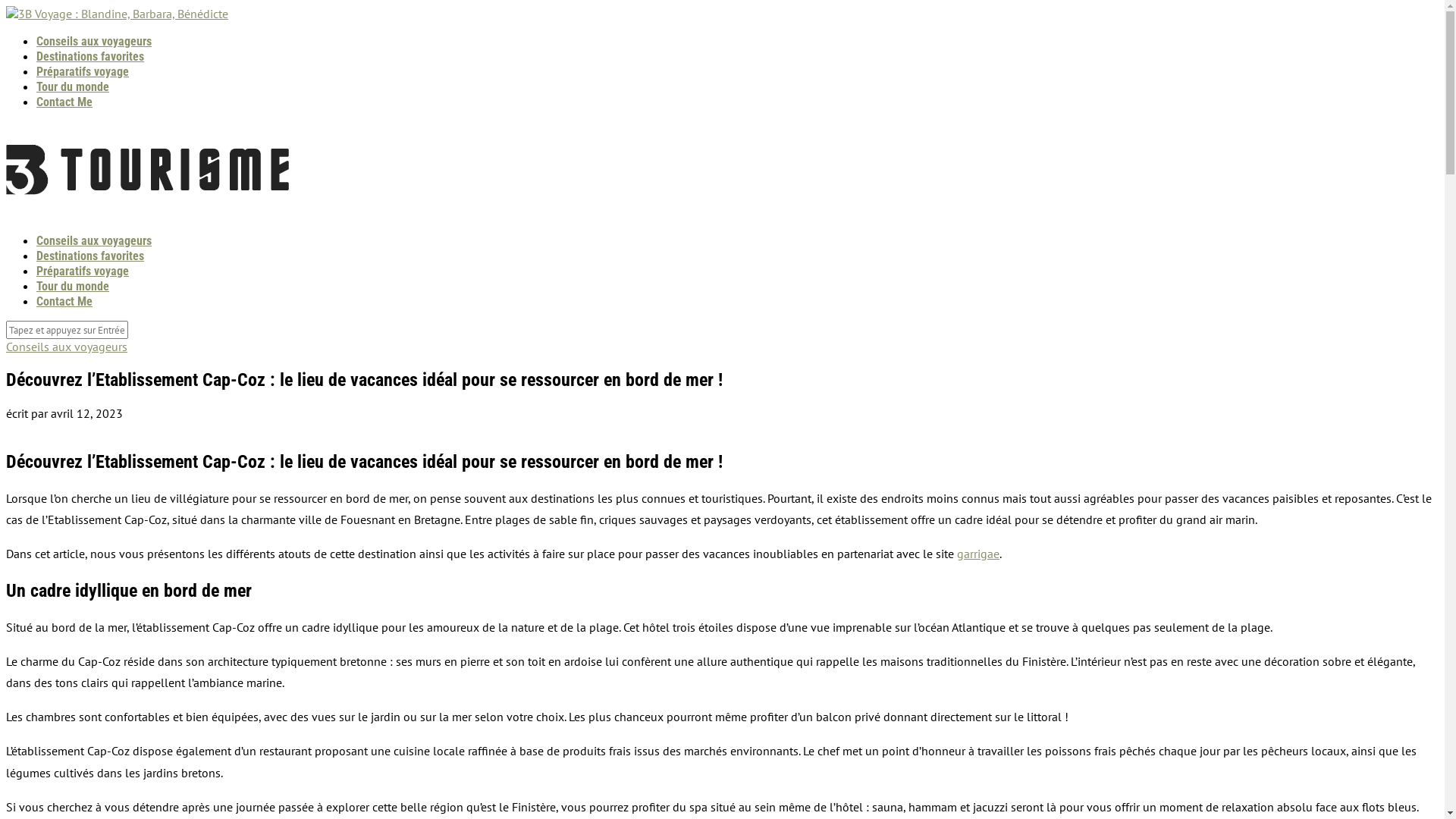  What do you see at coordinates (72, 286) in the screenshot?
I see `'Tour du monde'` at bounding box center [72, 286].